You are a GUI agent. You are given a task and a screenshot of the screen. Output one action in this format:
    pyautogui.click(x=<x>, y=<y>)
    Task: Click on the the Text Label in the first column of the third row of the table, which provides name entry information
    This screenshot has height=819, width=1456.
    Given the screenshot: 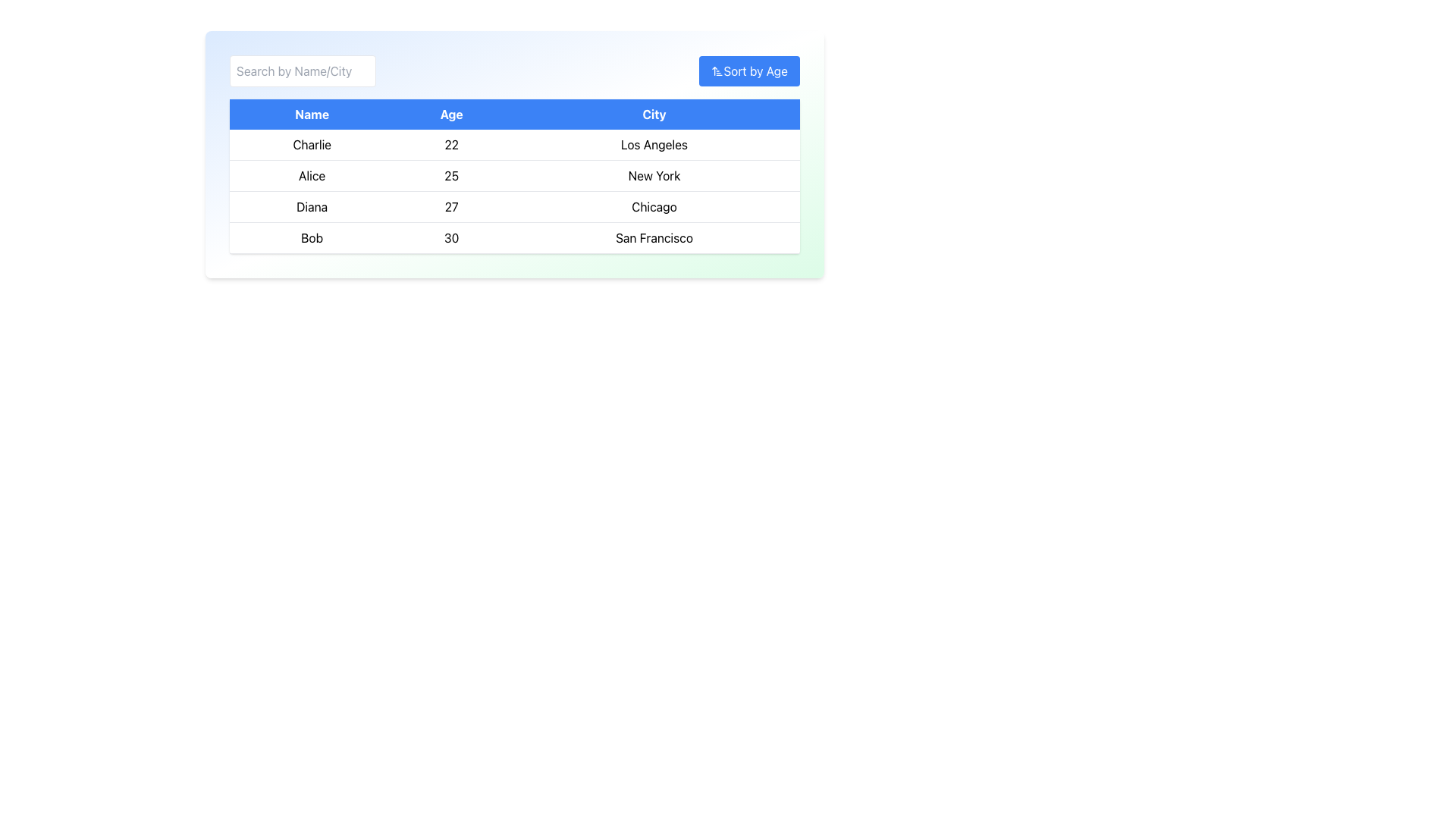 What is the action you would take?
    pyautogui.click(x=311, y=207)
    